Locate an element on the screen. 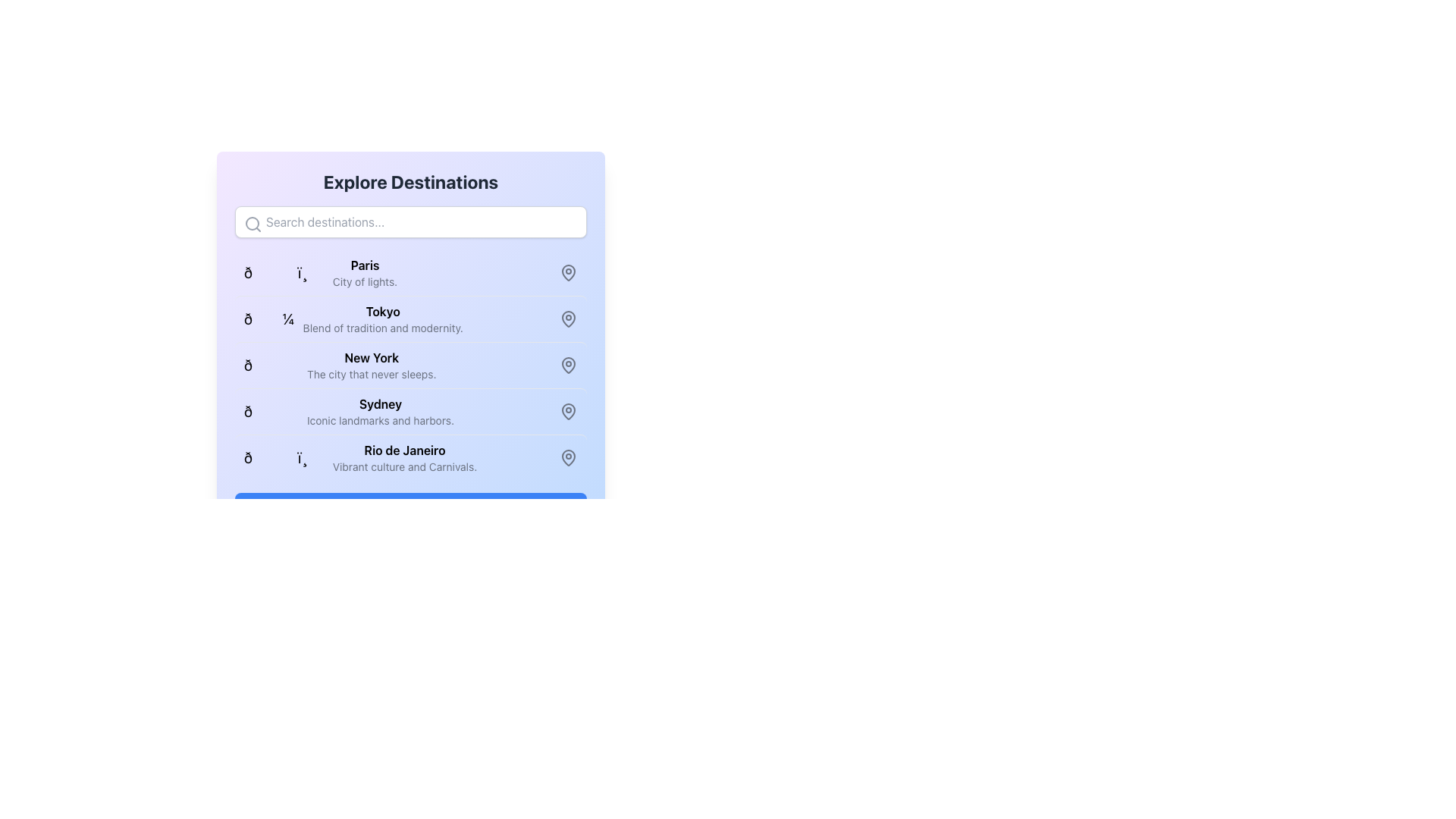  the map pin icon corresponding to 'Rio de Janeiro' in the 'Explore Destinations' list is located at coordinates (567, 457).